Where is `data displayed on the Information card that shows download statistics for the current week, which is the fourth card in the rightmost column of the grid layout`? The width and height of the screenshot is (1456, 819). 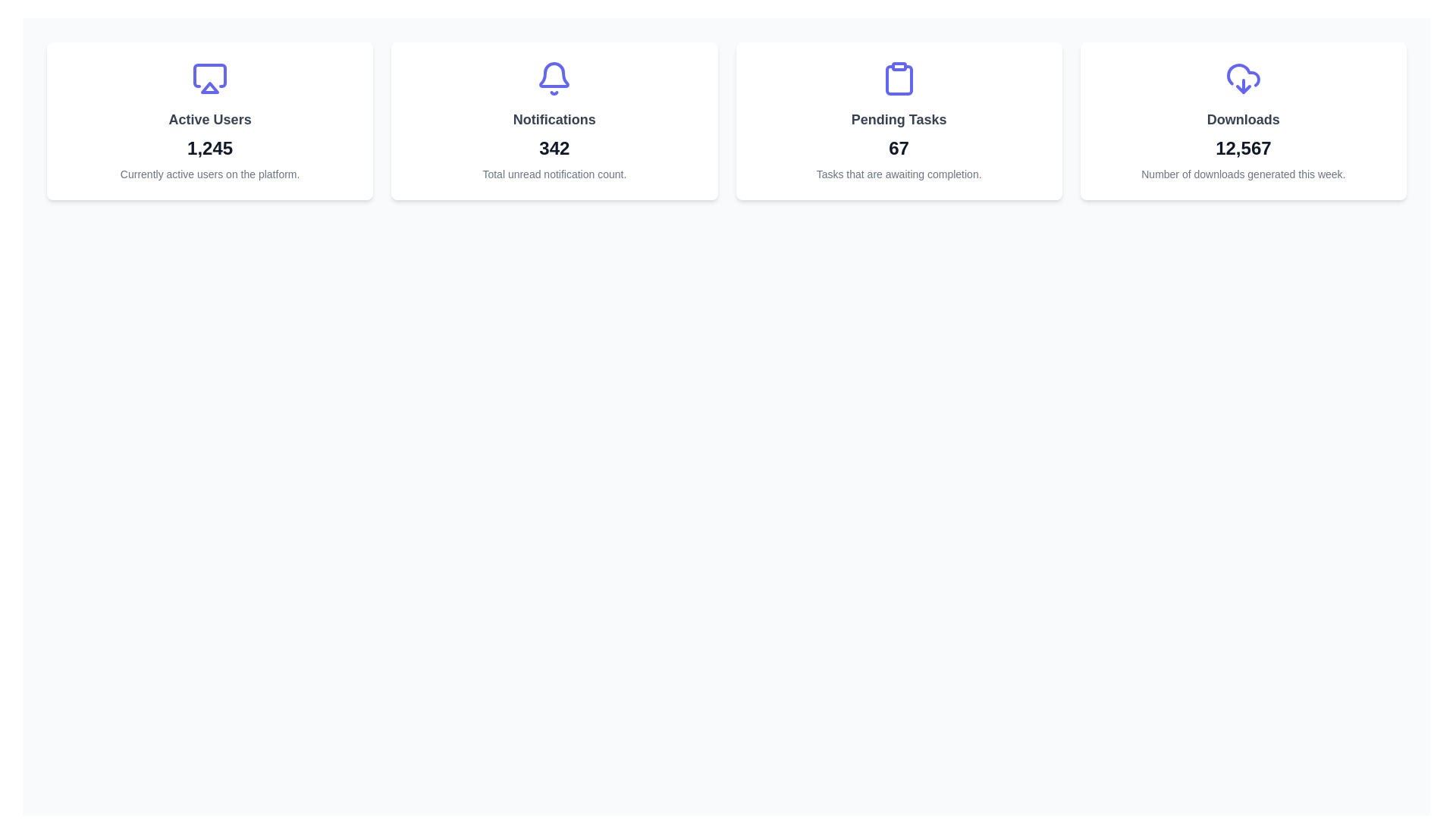 data displayed on the Information card that shows download statistics for the current week, which is the fourth card in the rightmost column of the grid layout is located at coordinates (1243, 120).